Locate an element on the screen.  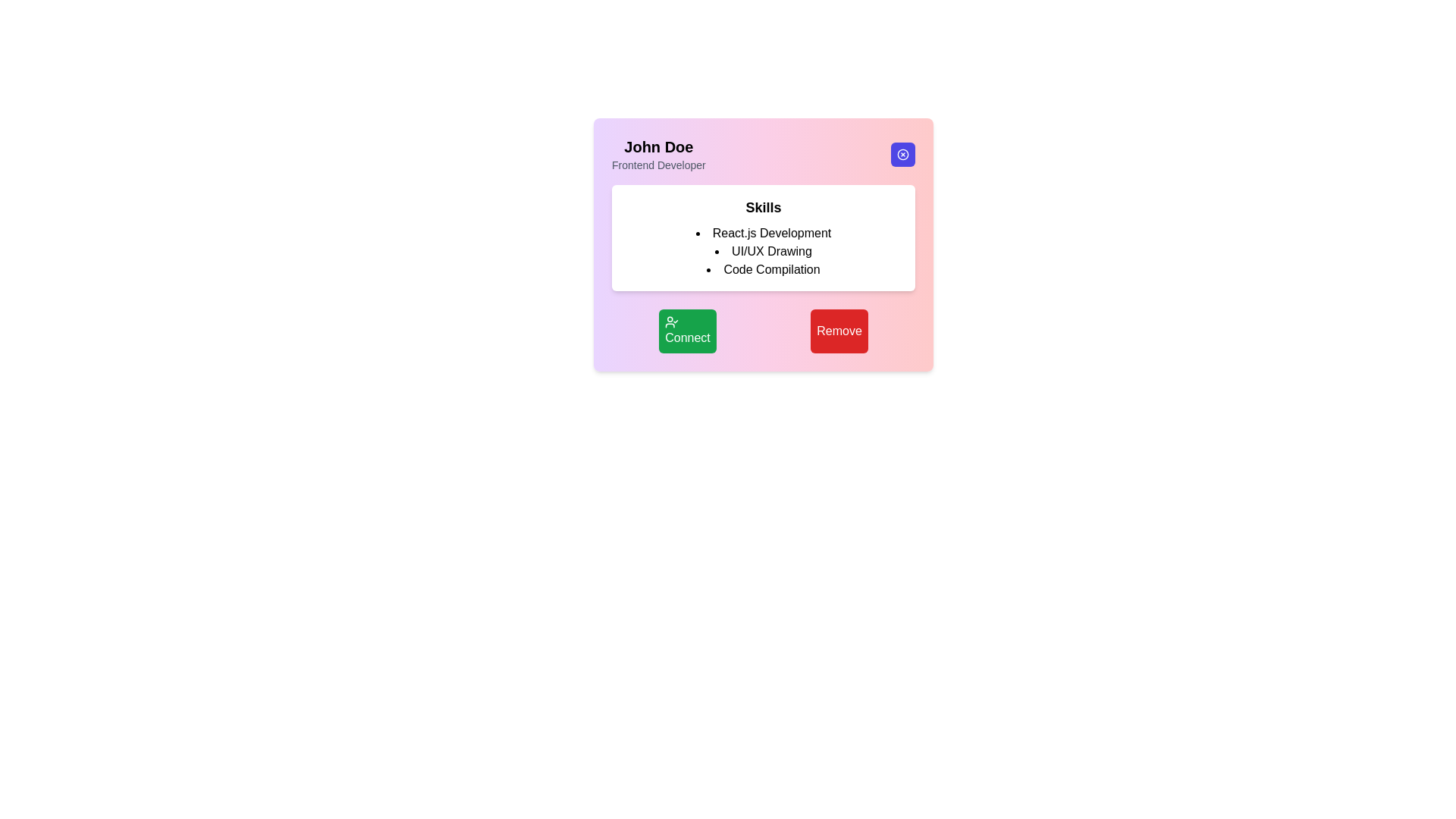
the close icon button located in the top right corner of the card is located at coordinates (902, 155).